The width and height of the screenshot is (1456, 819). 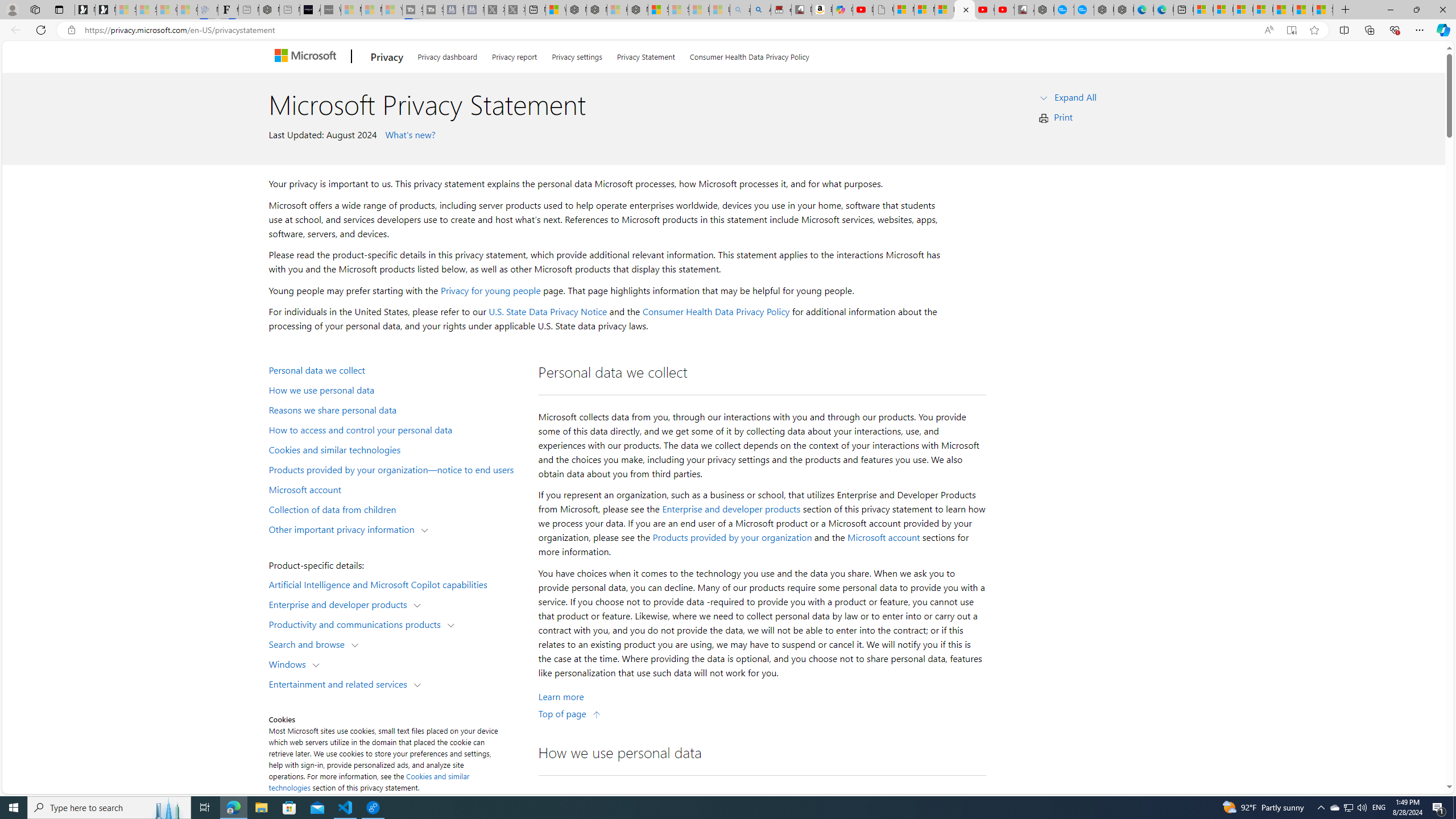 I want to click on 'U.S. State Data Privacy Notice', so click(x=547, y=311).